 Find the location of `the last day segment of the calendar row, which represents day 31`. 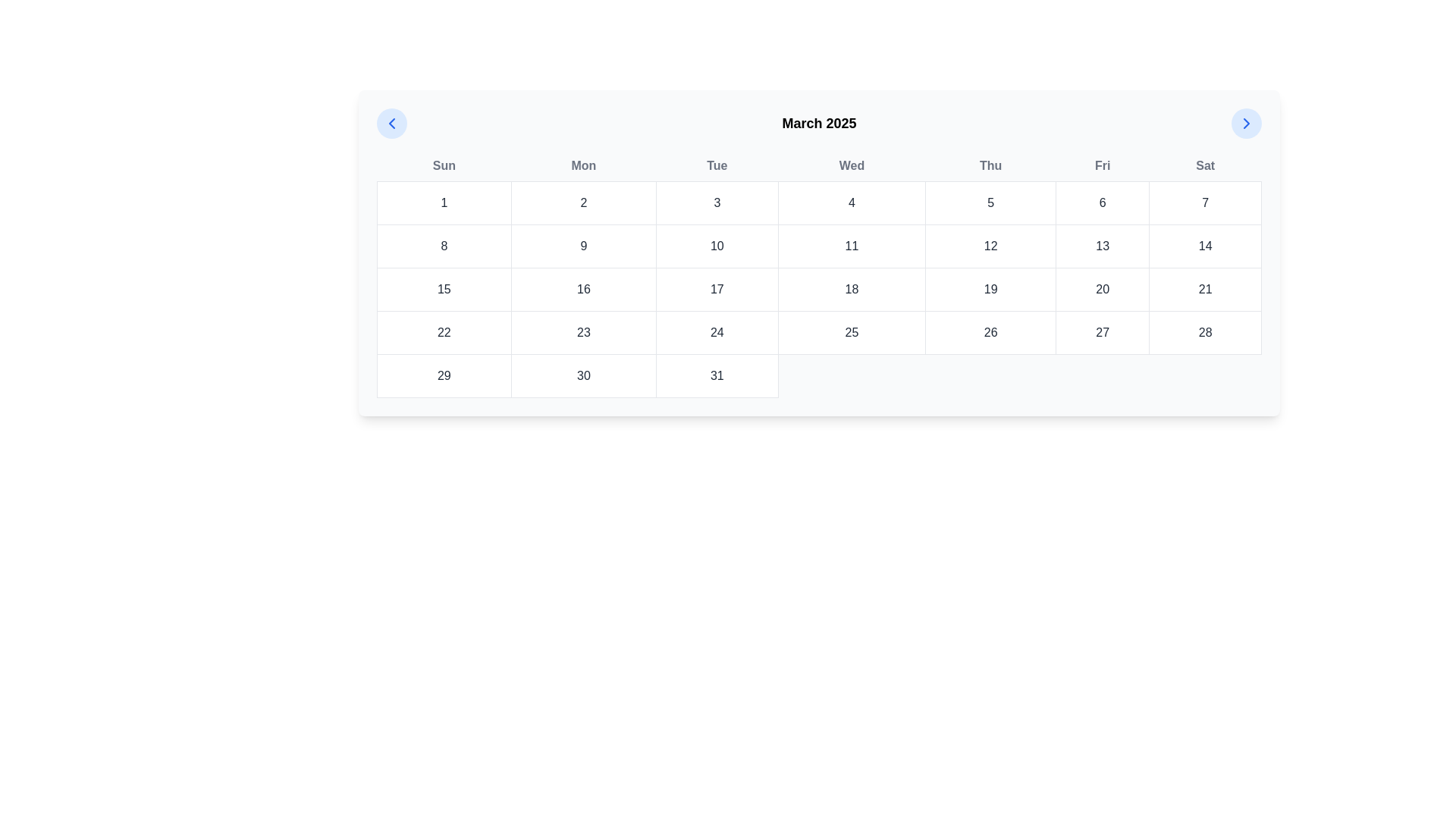

the last day segment of the calendar row, which represents day 31 is located at coordinates (818, 375).